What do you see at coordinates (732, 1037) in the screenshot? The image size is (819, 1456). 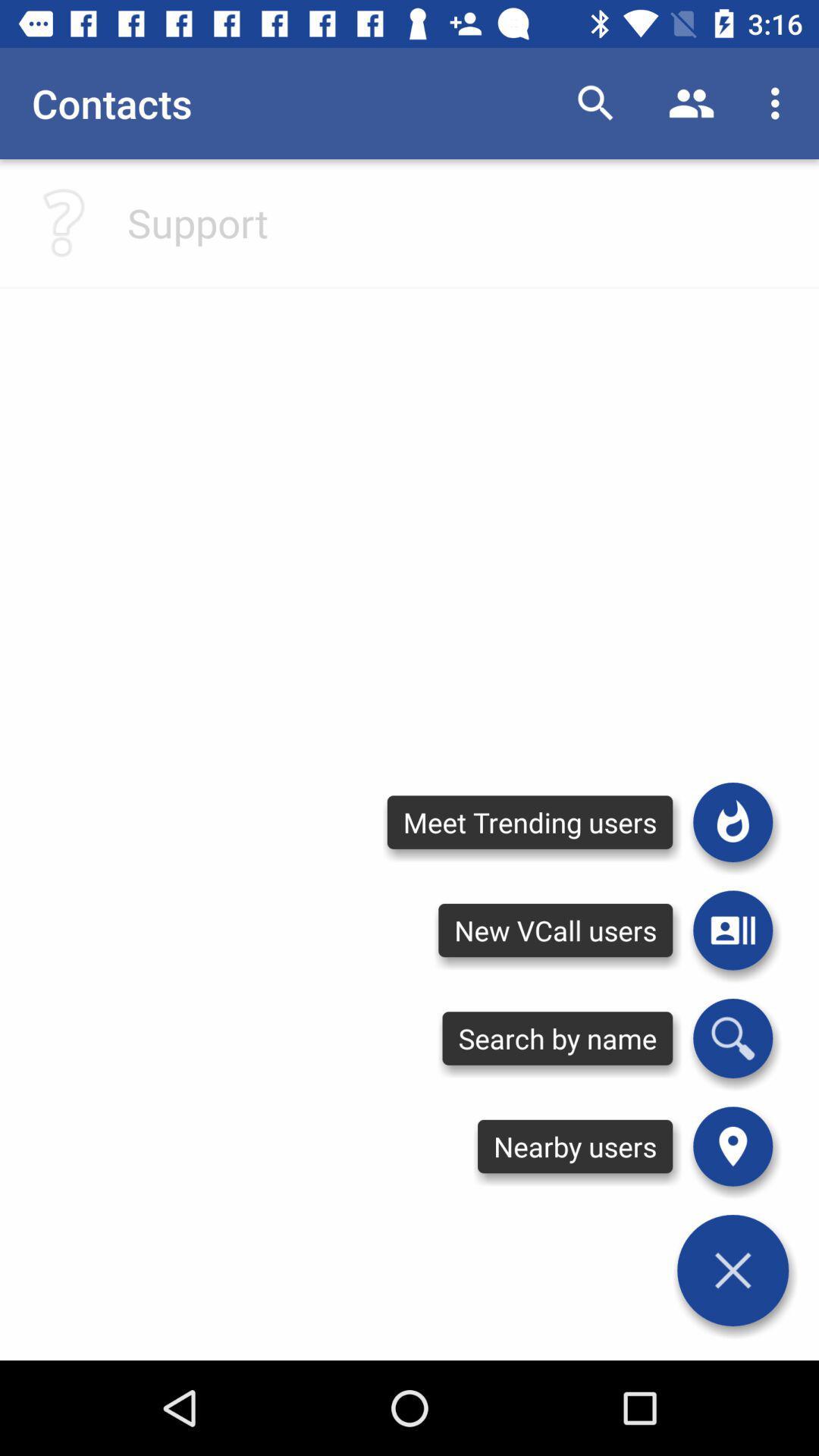 I see `the search icon` at bounding box center [732, 1037].